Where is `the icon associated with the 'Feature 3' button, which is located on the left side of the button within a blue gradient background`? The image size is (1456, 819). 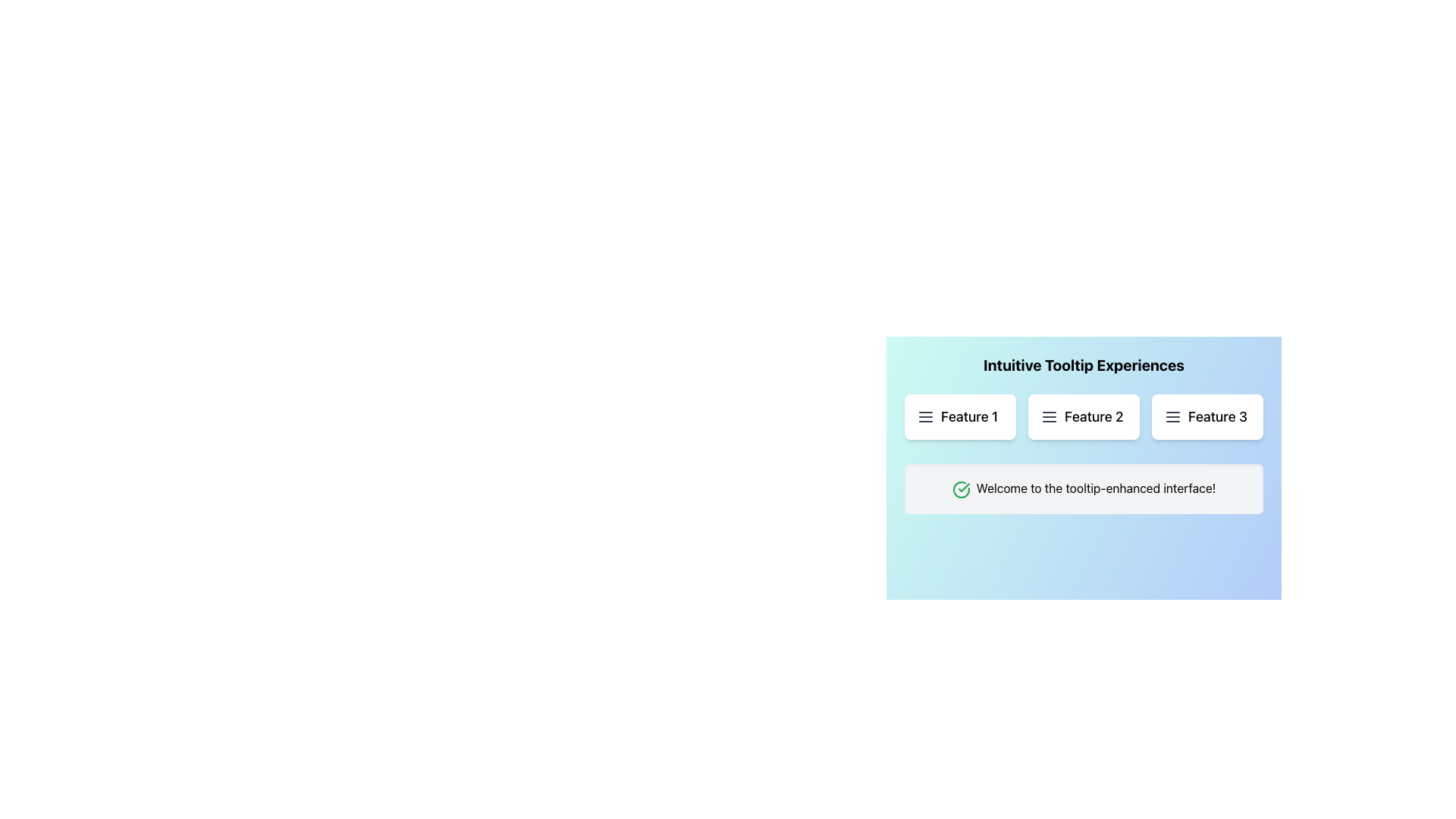
the icon associated with the 'Feature 3' button, which is located on the left side of the button within a blue gradient background is located at coordinates (1172, 417).